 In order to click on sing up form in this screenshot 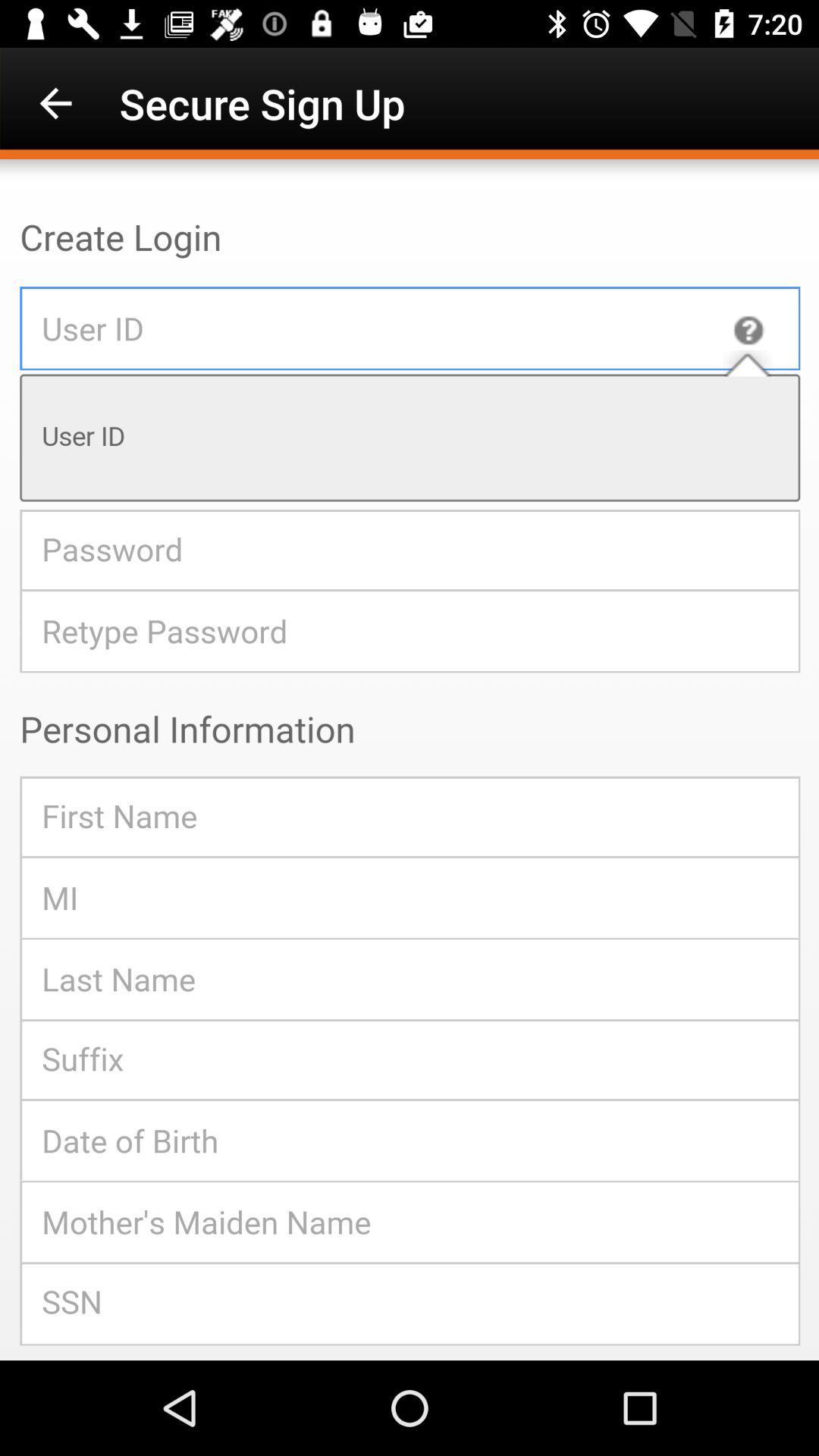, I will do `click(409, 760)`.